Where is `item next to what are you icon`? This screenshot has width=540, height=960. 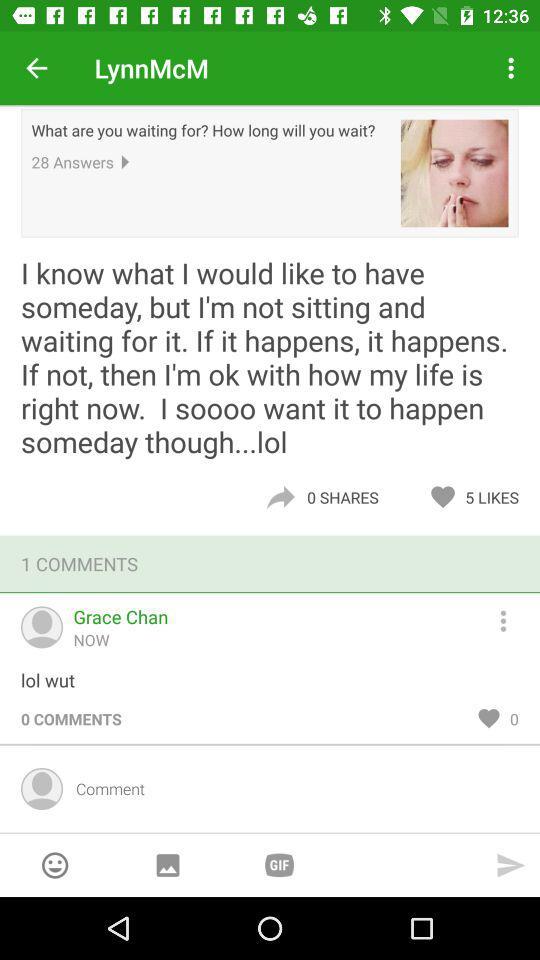 item next to what are you icon is located at coordinates (454, 172).